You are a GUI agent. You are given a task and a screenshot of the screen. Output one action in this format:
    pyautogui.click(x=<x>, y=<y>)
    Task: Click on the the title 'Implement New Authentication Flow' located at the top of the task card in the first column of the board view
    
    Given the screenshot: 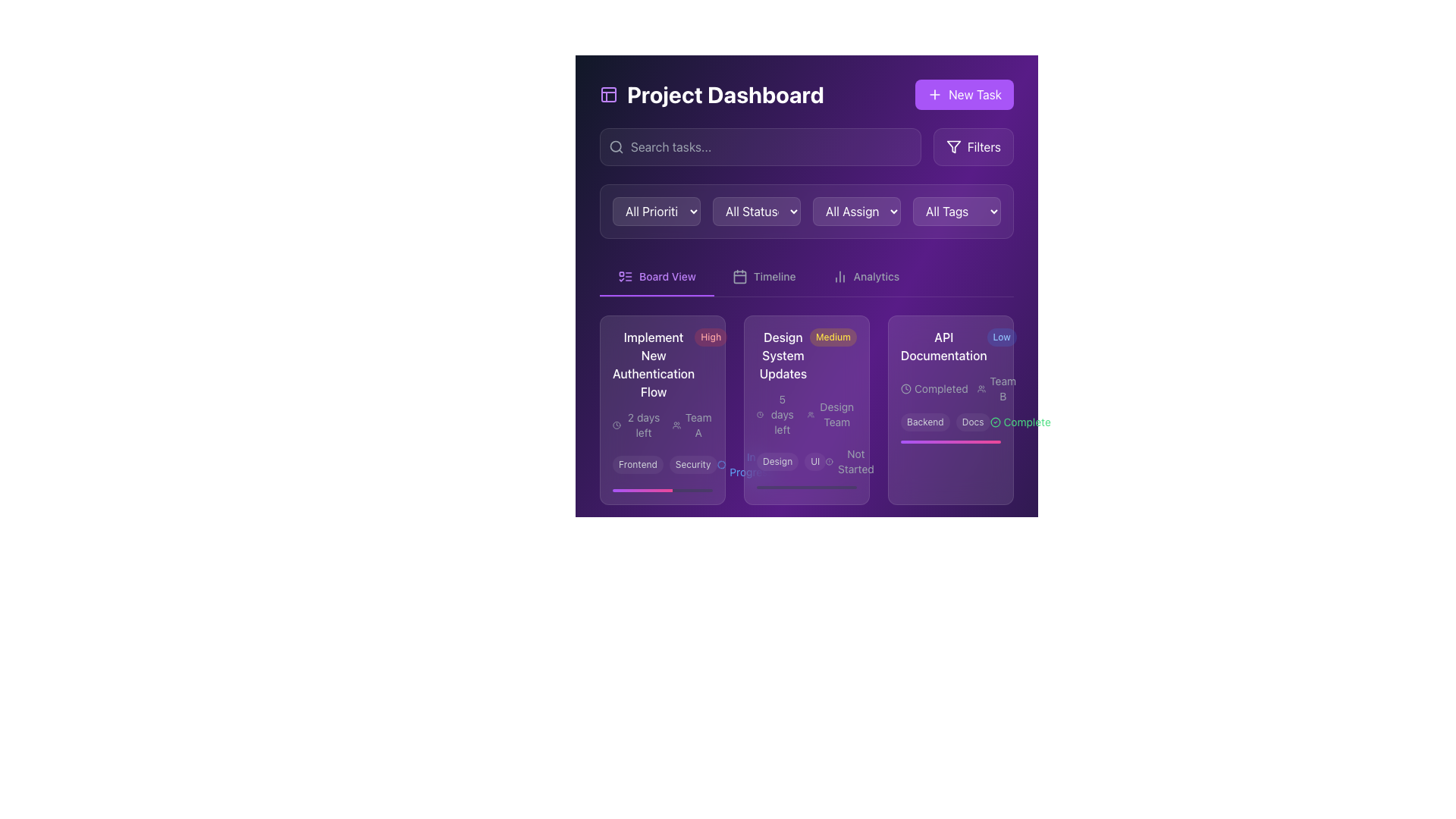 What is the action you would take?
    pyautogui.click(x=662, y=365)
    